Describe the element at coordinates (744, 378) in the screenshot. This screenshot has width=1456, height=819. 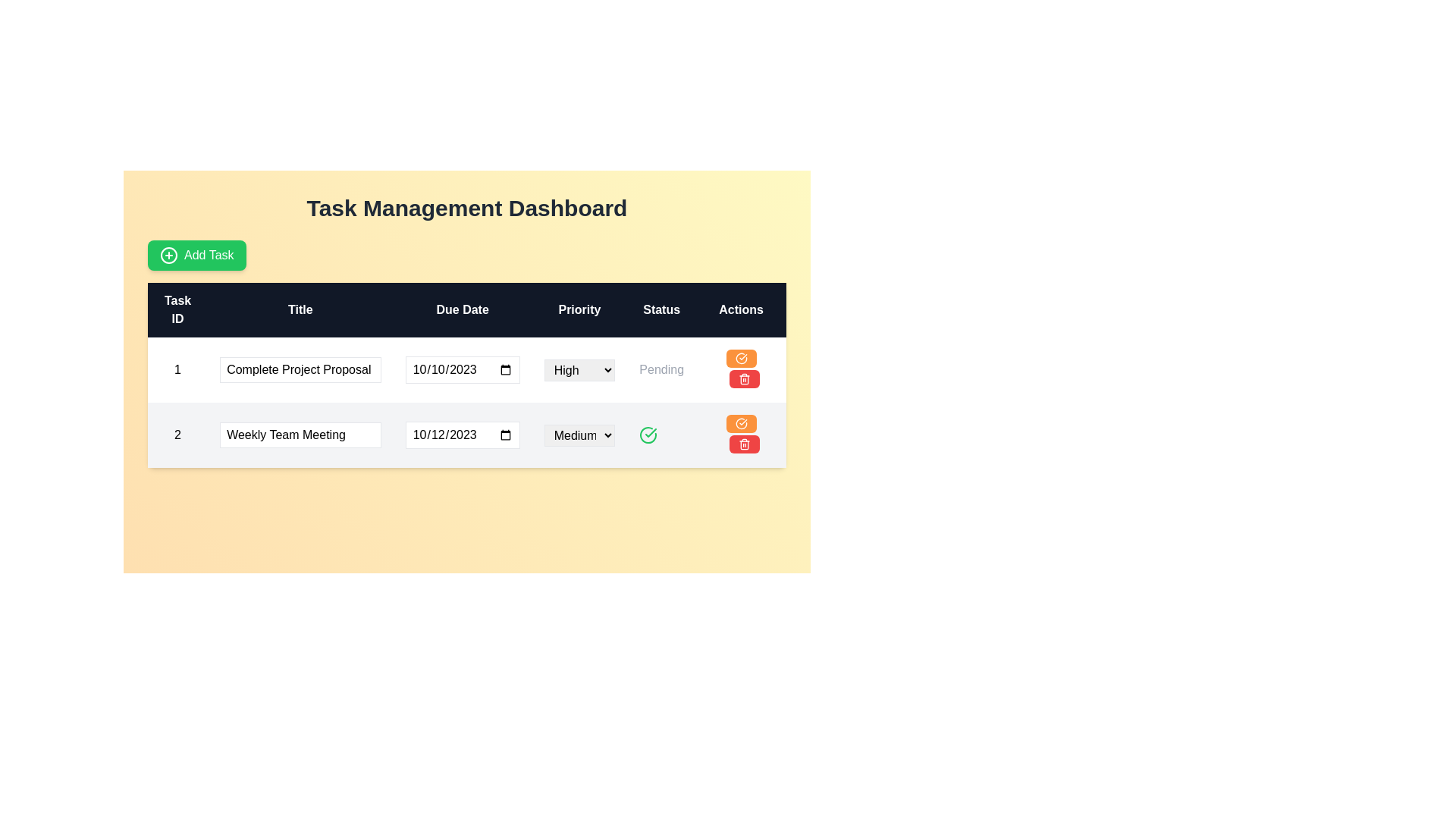
I see `the delete button located in the third column labeled 'Actions' in the second row of the task management table` at that location.